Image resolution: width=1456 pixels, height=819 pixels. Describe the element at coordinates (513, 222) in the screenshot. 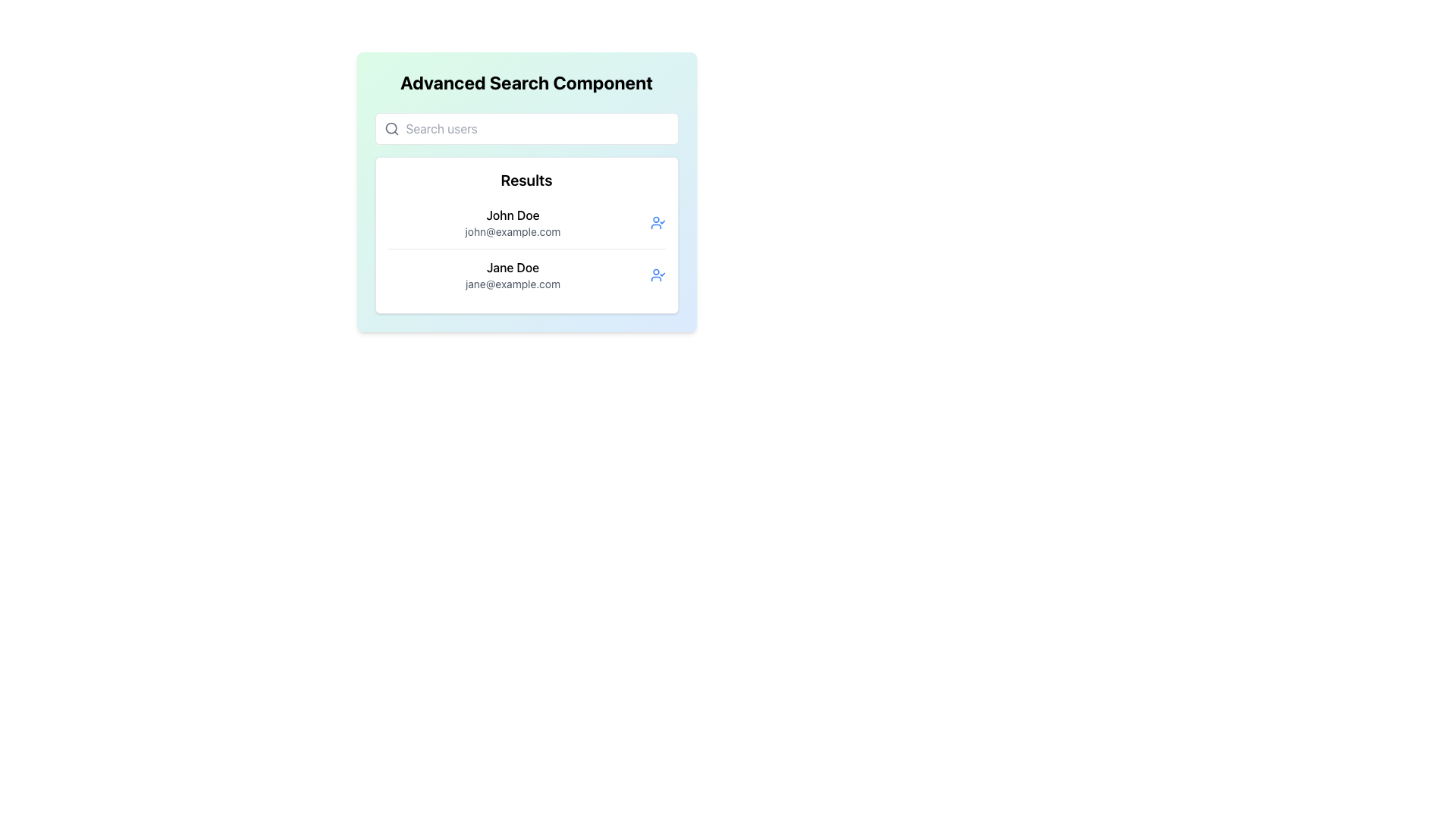

I see `the center of the Text block element displaying 'John Doe' and 'john@example.com'` at that location.